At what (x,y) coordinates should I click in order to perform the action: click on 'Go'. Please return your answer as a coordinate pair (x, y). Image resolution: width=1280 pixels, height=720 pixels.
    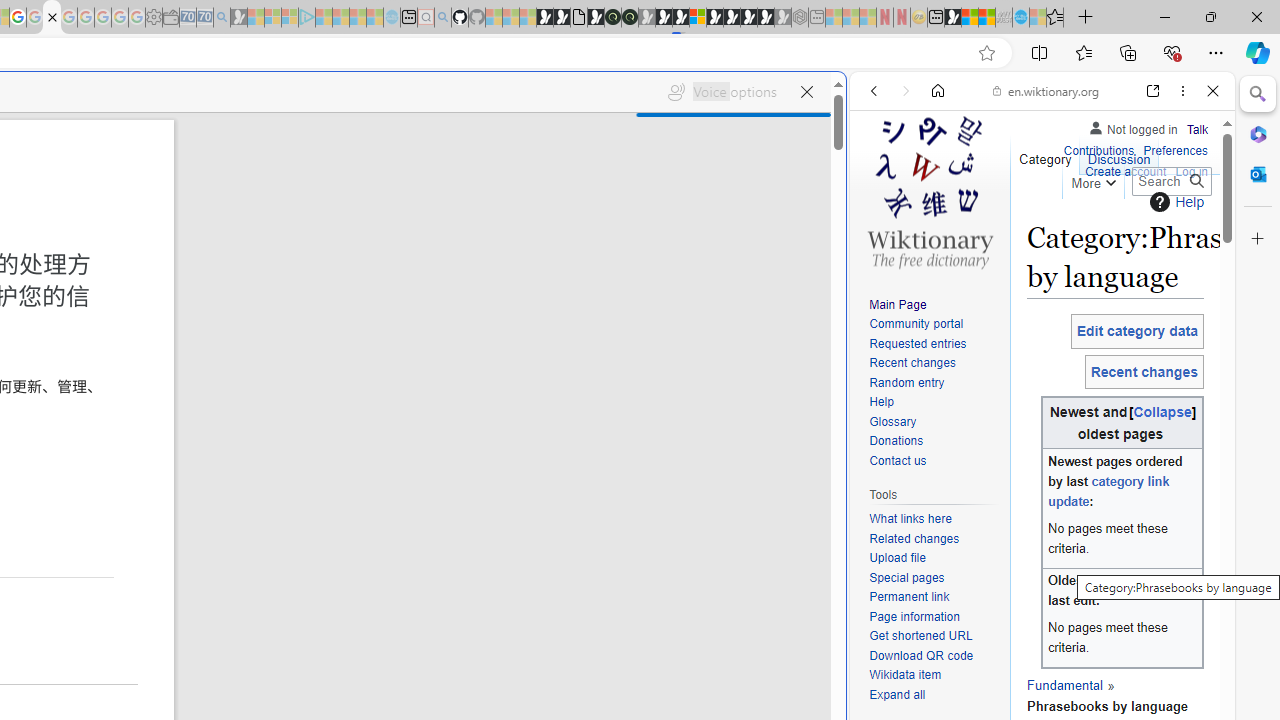
    Looking at the image, I should click on (1196, 181).